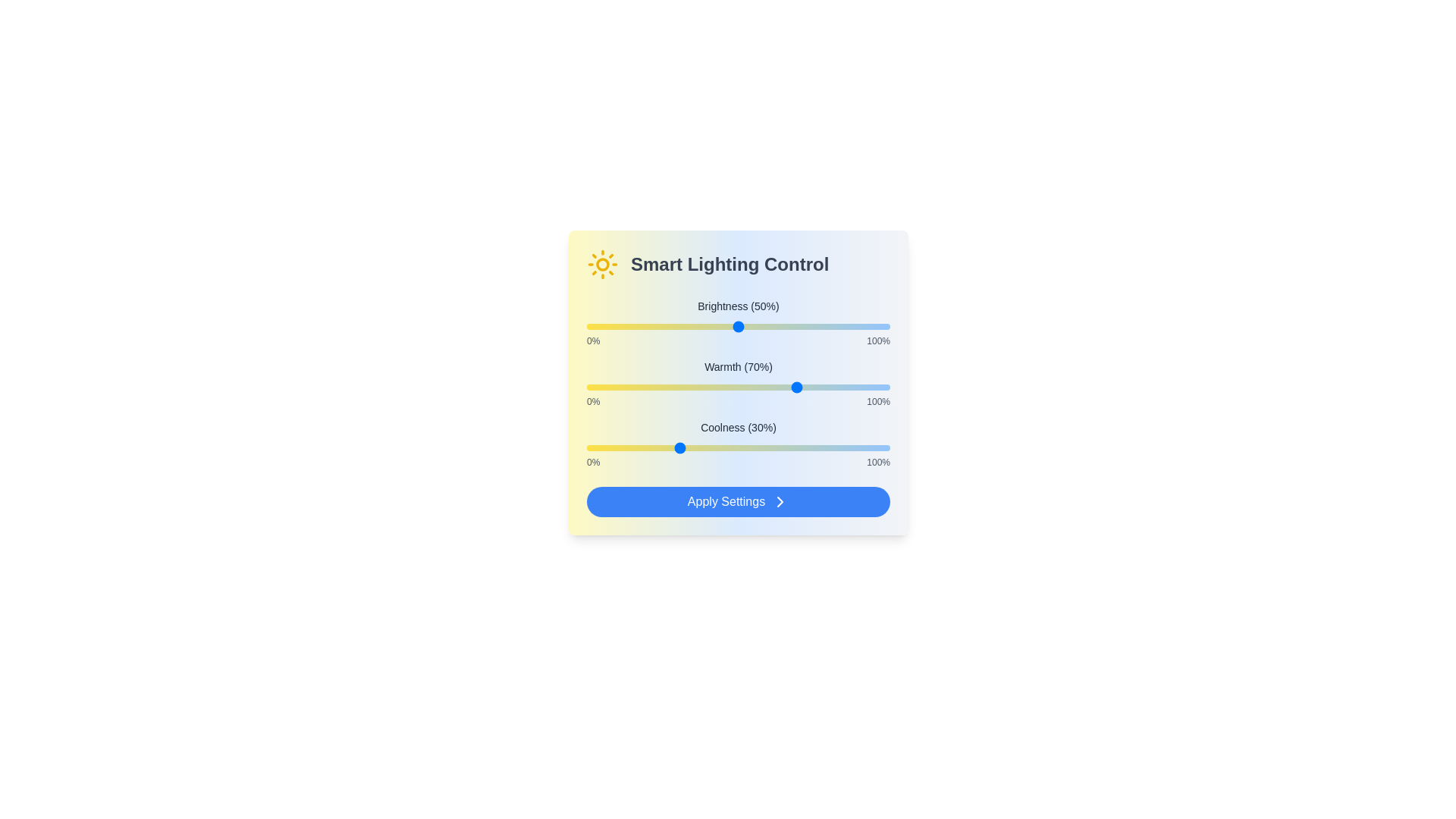 The height and width of the screenshot is (819, 1456). What do you see at coordinates (817, 447) in the screenshot?
I see `the Coolness slider to 76%` at bounding box center [817, 447].